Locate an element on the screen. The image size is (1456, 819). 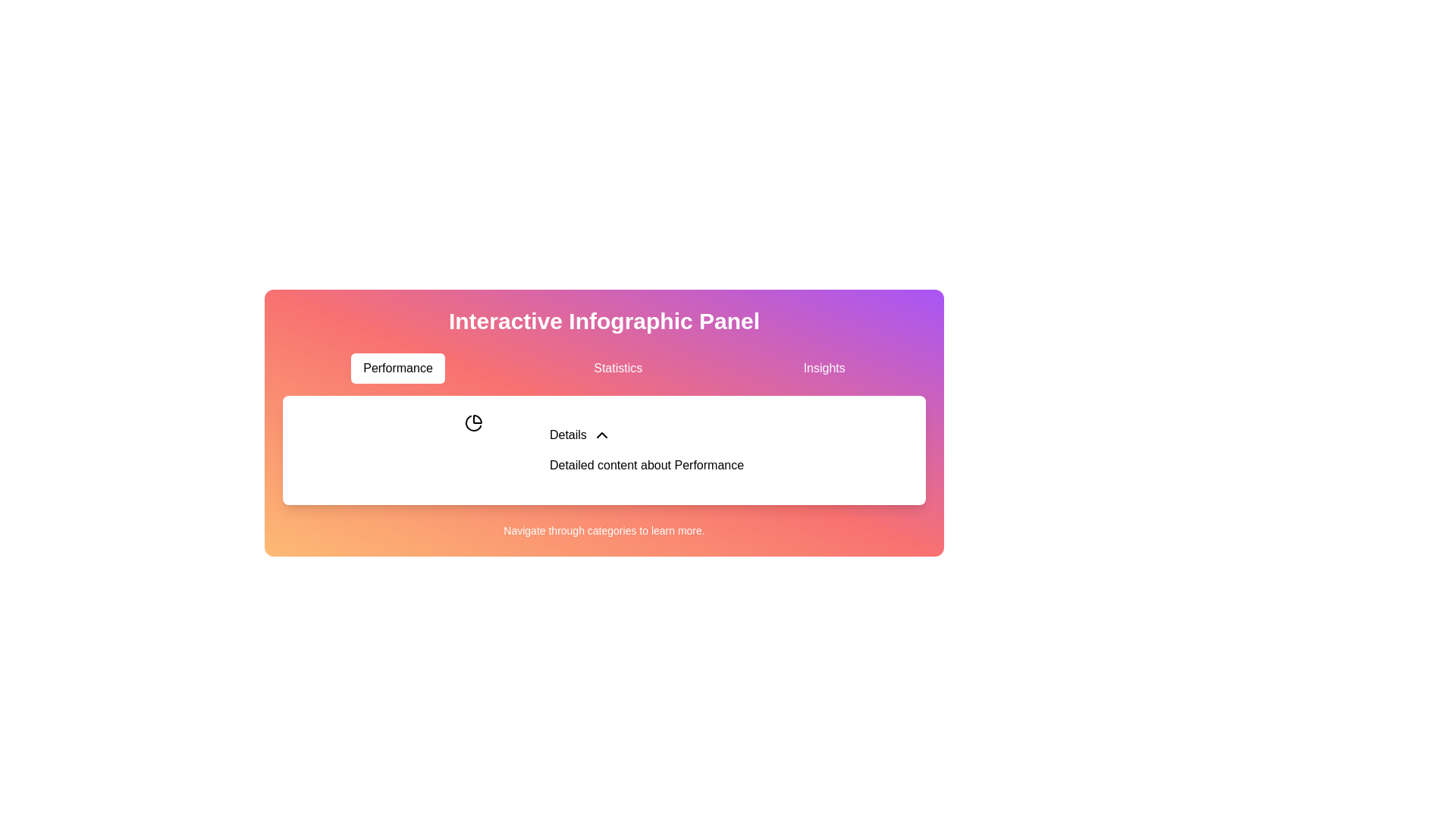
the decorative graphical element shaped like a pie chart within the SVG, located to the right of the overall graphic structure is located at coordinates (476, 419).